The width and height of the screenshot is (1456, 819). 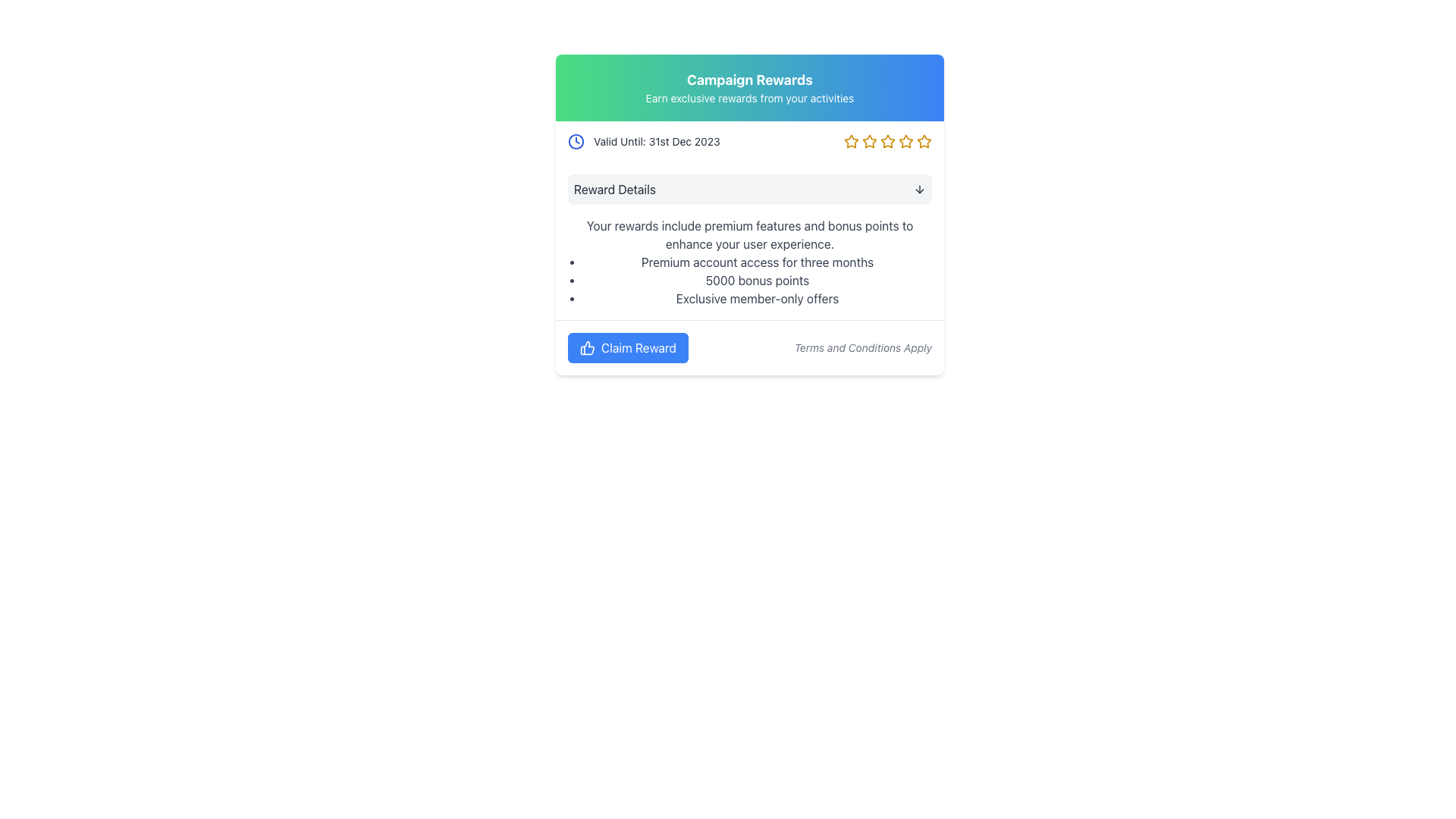 I want to click on the text label that informs users about the provision of 5000 bonus points, which is the second item in the bullet-point list under the 'Reward Details' section of the card, so click(x=757, y=281).